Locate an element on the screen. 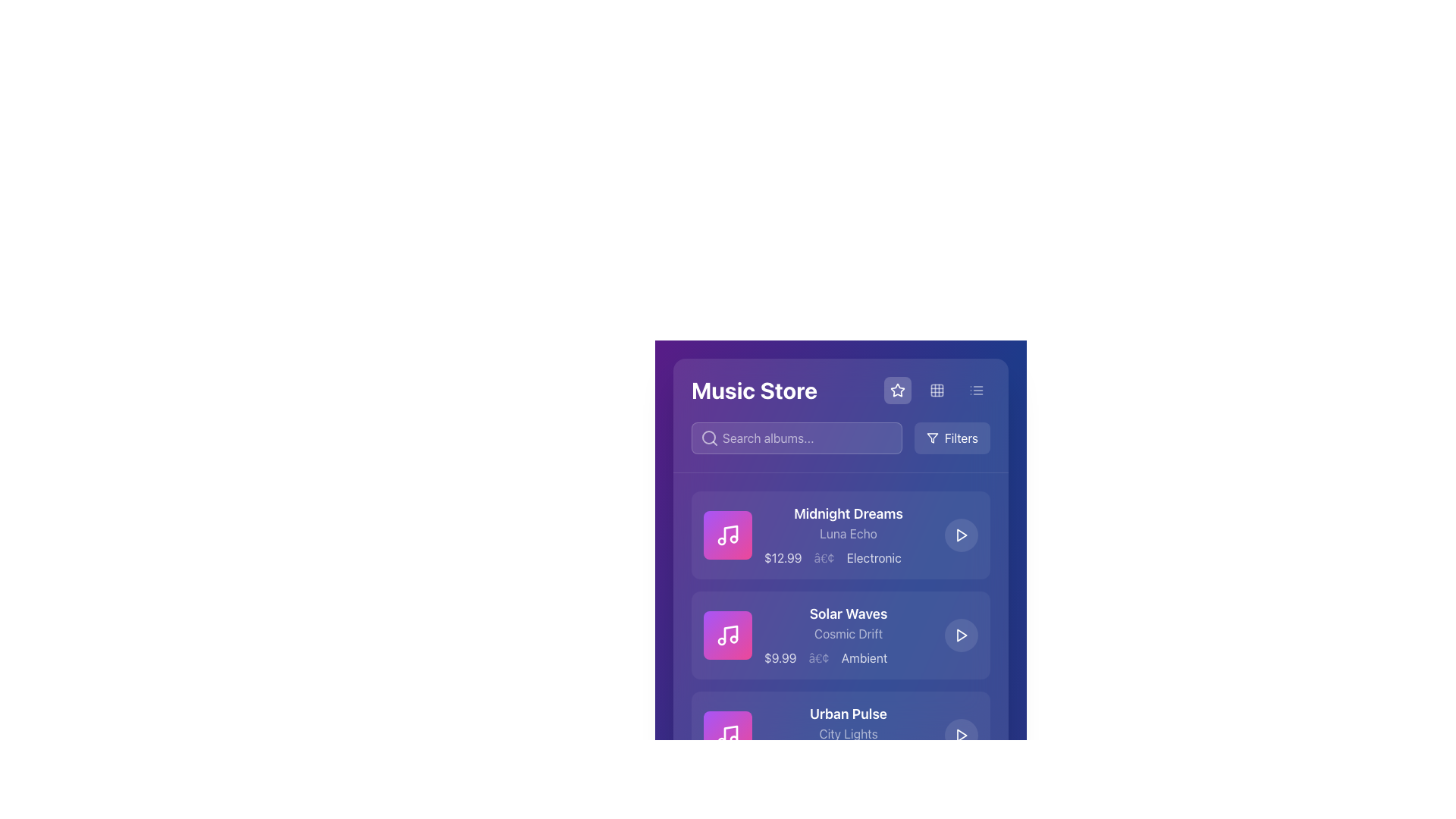 This screenshot has height=819, width=1456. the 'Play' button icon for the item 'Solar Waves' in the 'Music Store' interface is located at coordinates (961, 635).